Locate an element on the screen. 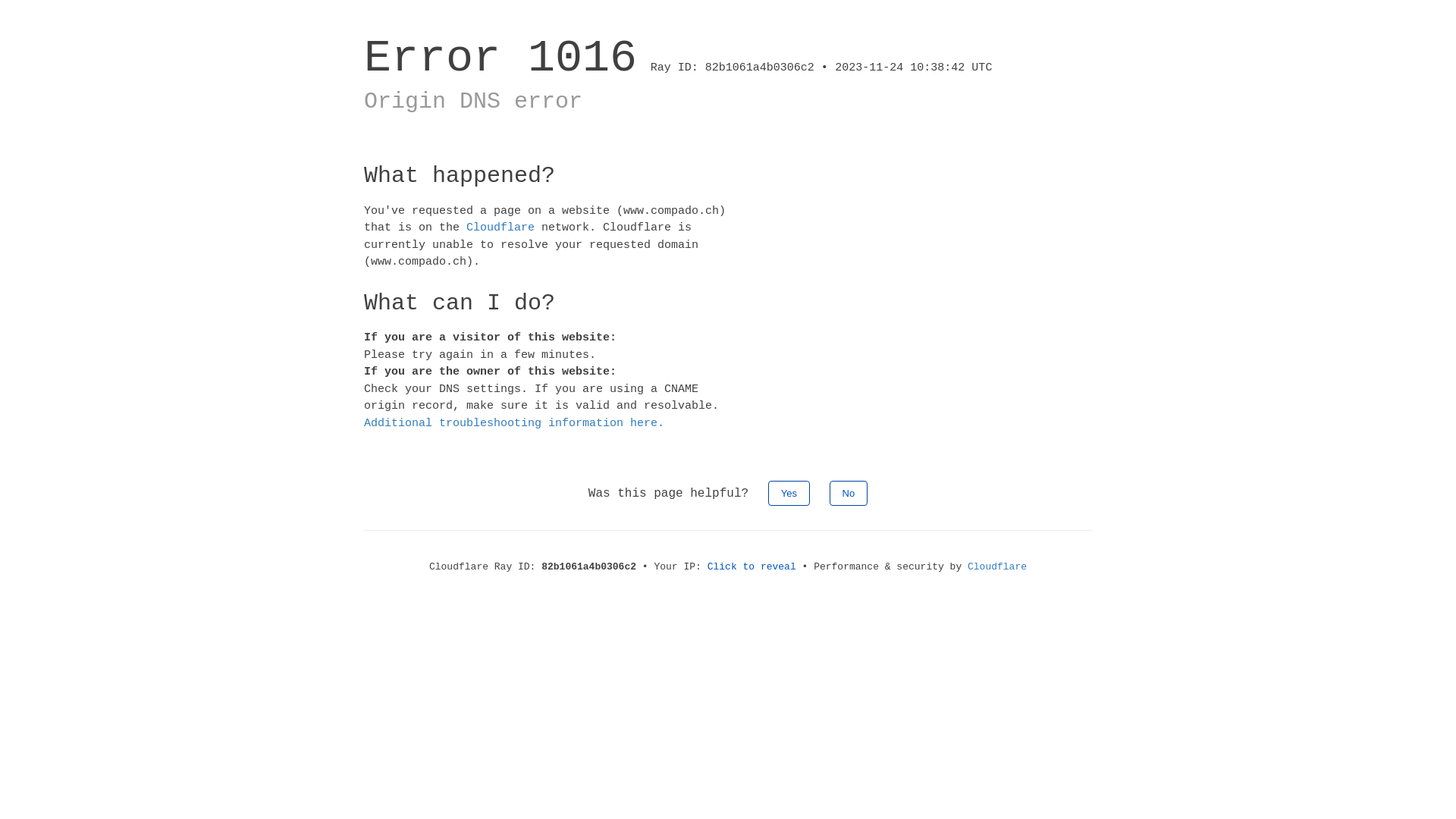  'Additional troubleshooting information here.' is located at coordinates (513, 423).